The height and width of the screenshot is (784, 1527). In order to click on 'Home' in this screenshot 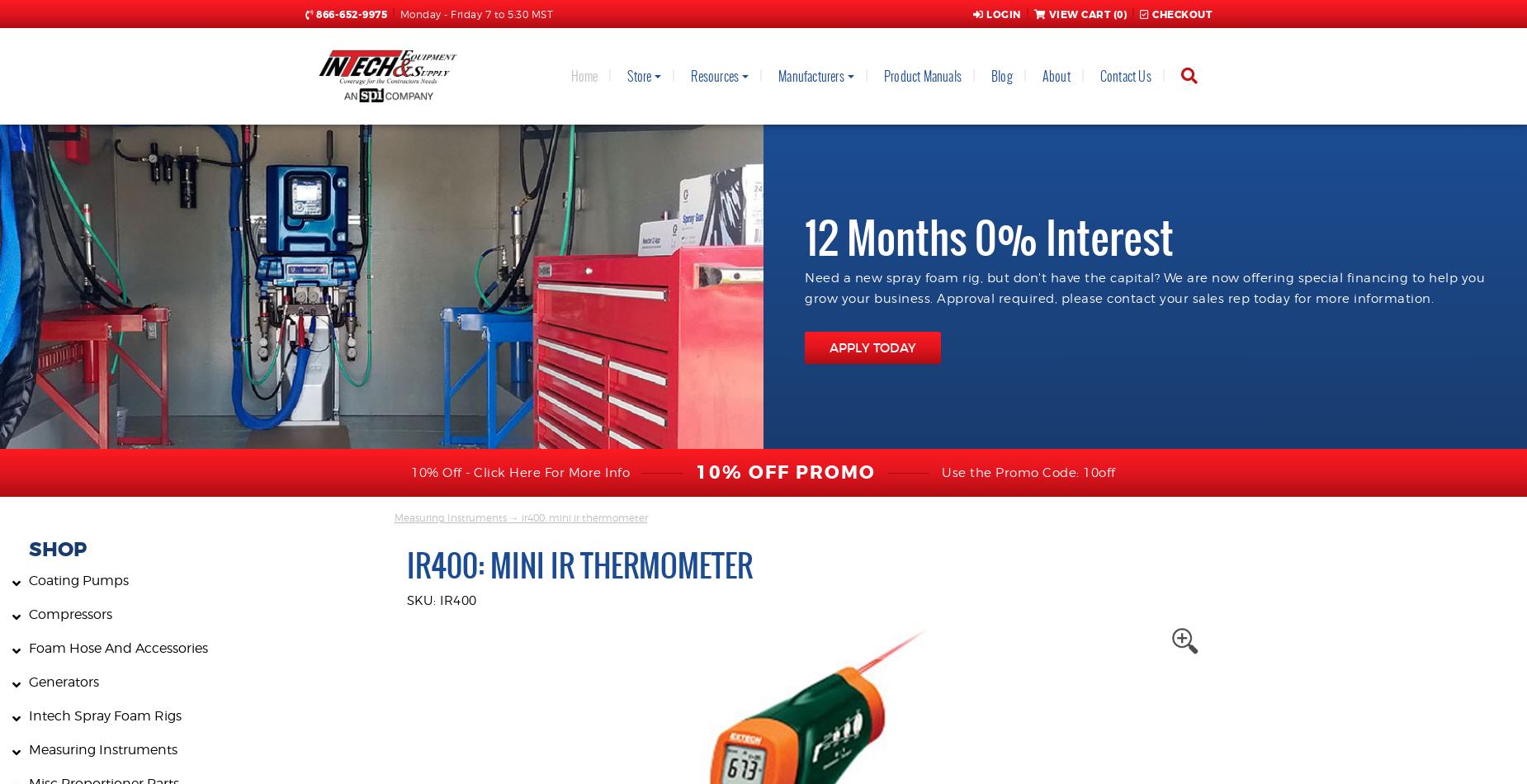, I will do `click(584, 75)`.